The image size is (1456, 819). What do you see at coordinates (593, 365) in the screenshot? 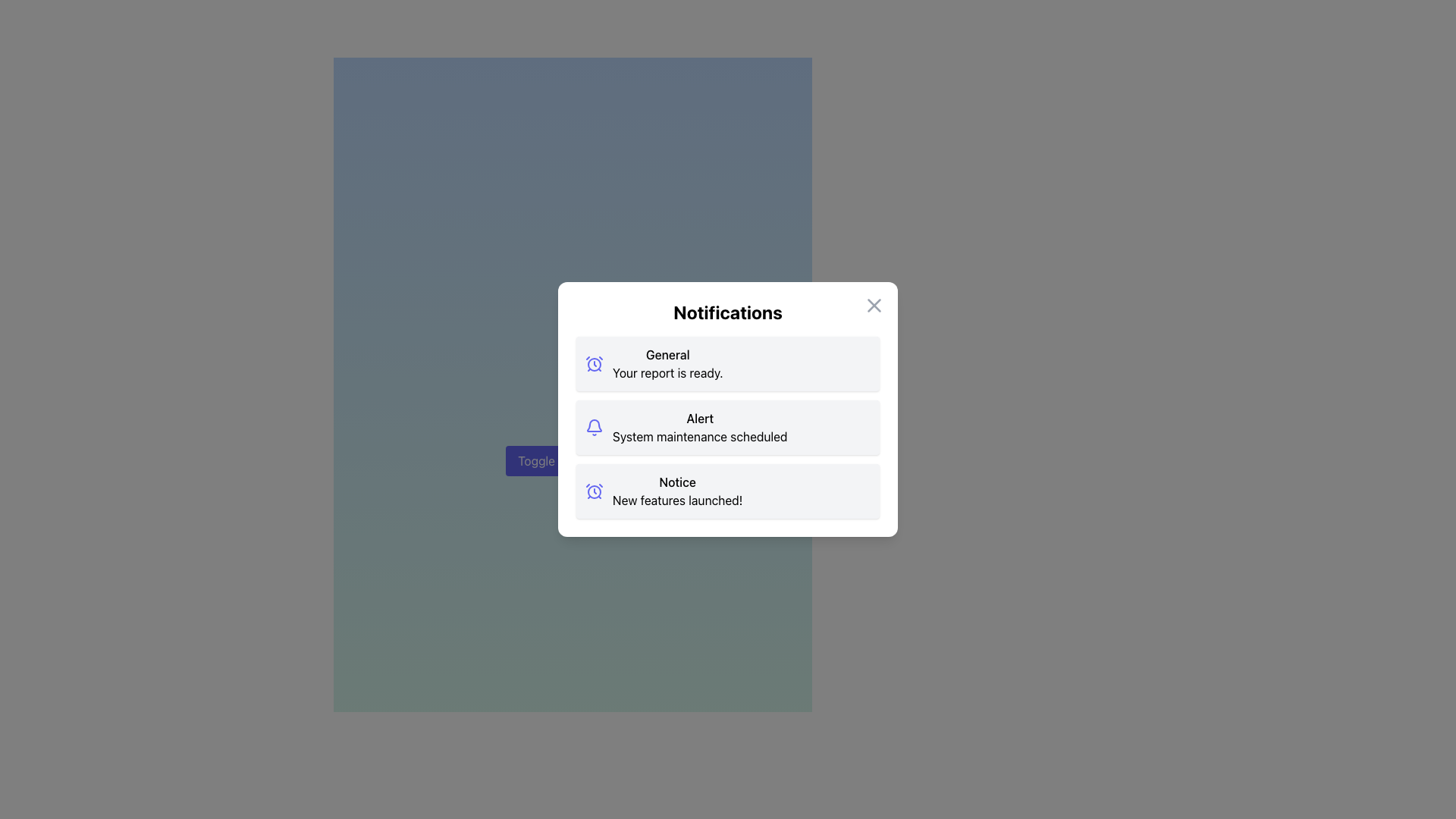
I see `the circular element representing the clock face in the alarm clock icon located in the top-left corner of the 'General' notification card within the modal dialog` at bounding box center [593, 365].